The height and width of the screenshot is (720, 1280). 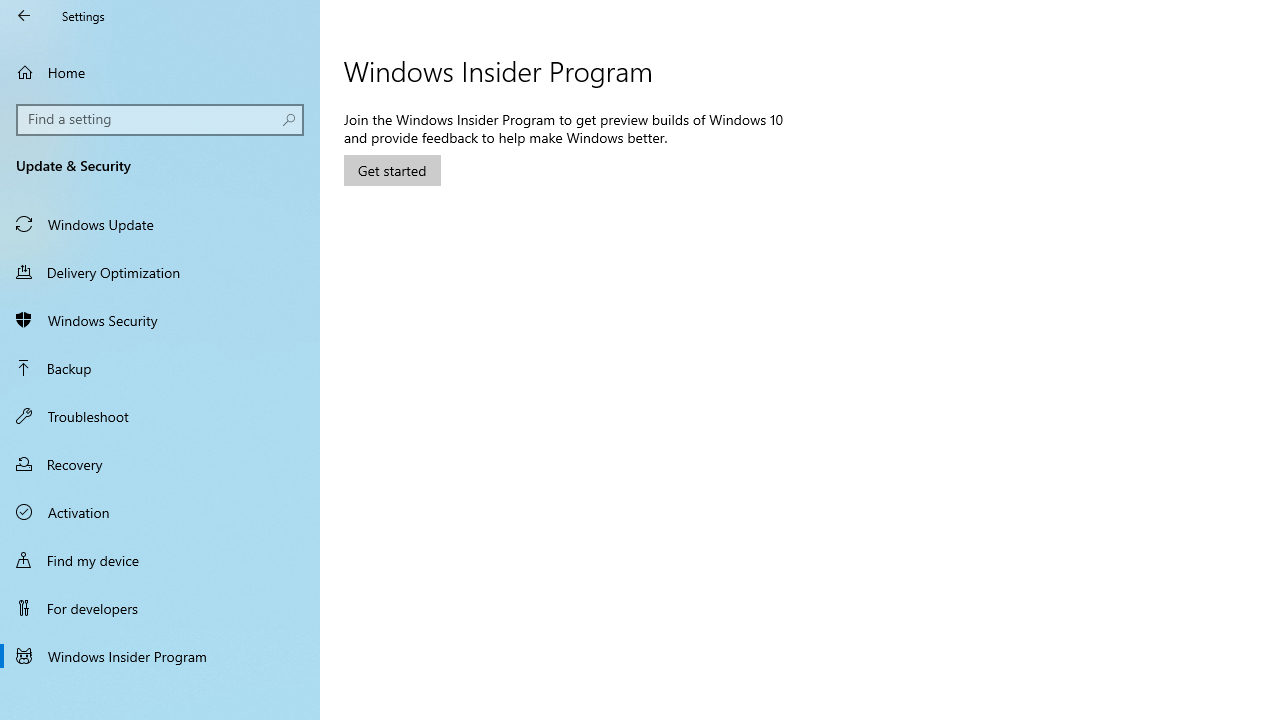 What do you see at coordinates (160, 559) in the screenshot?
I see `'Find my device'` at bounding box center [160, 559].